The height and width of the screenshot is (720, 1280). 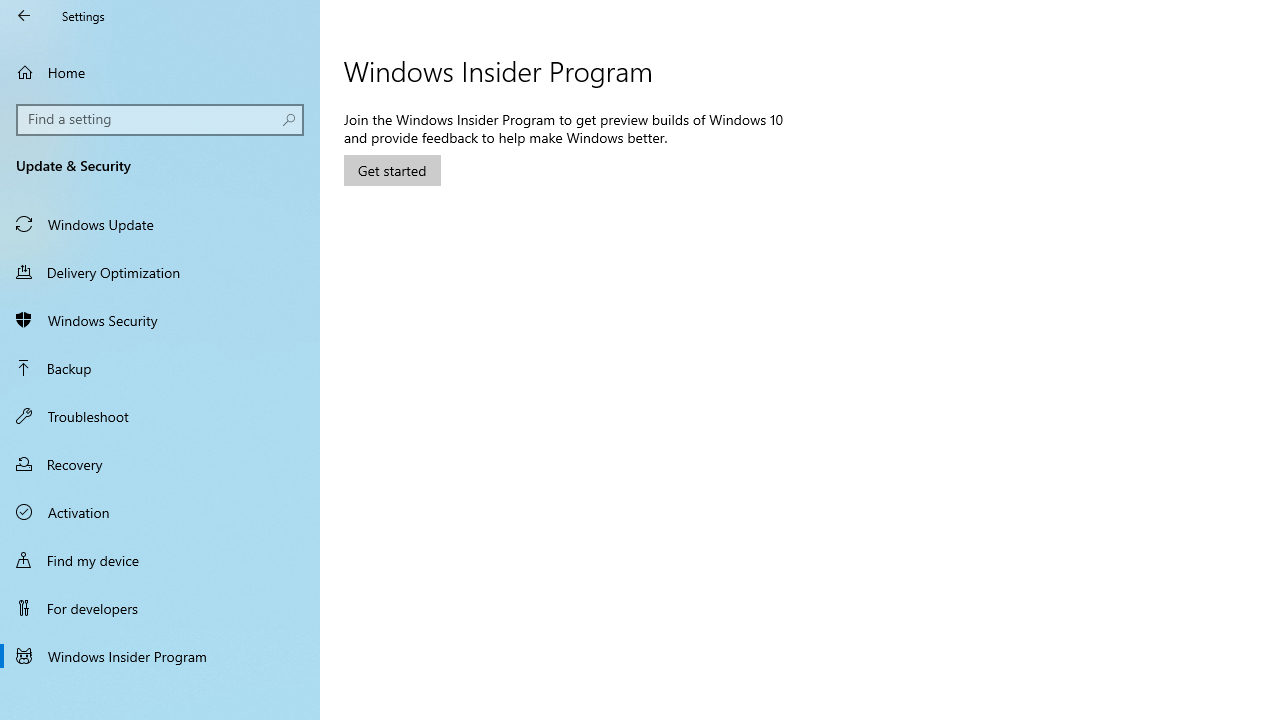 What do you see at coordinates (160, 559) in the screenshot?
I see `'Find my device'` at bounding box center [160, 559].